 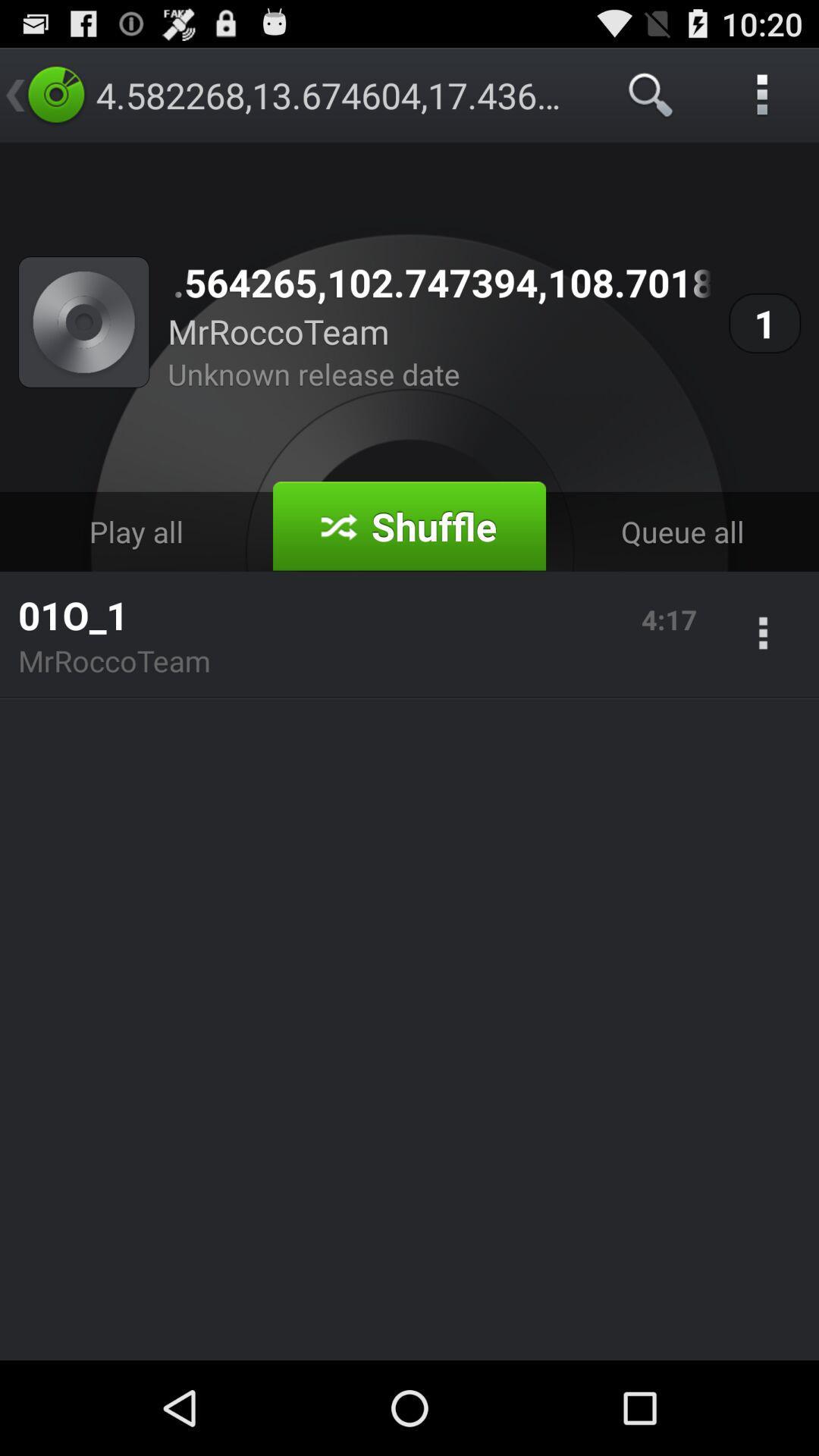 What do you see at coordinates (136, 532) in the screenshot?
I see `play all item` at bounding box center [136, 532].